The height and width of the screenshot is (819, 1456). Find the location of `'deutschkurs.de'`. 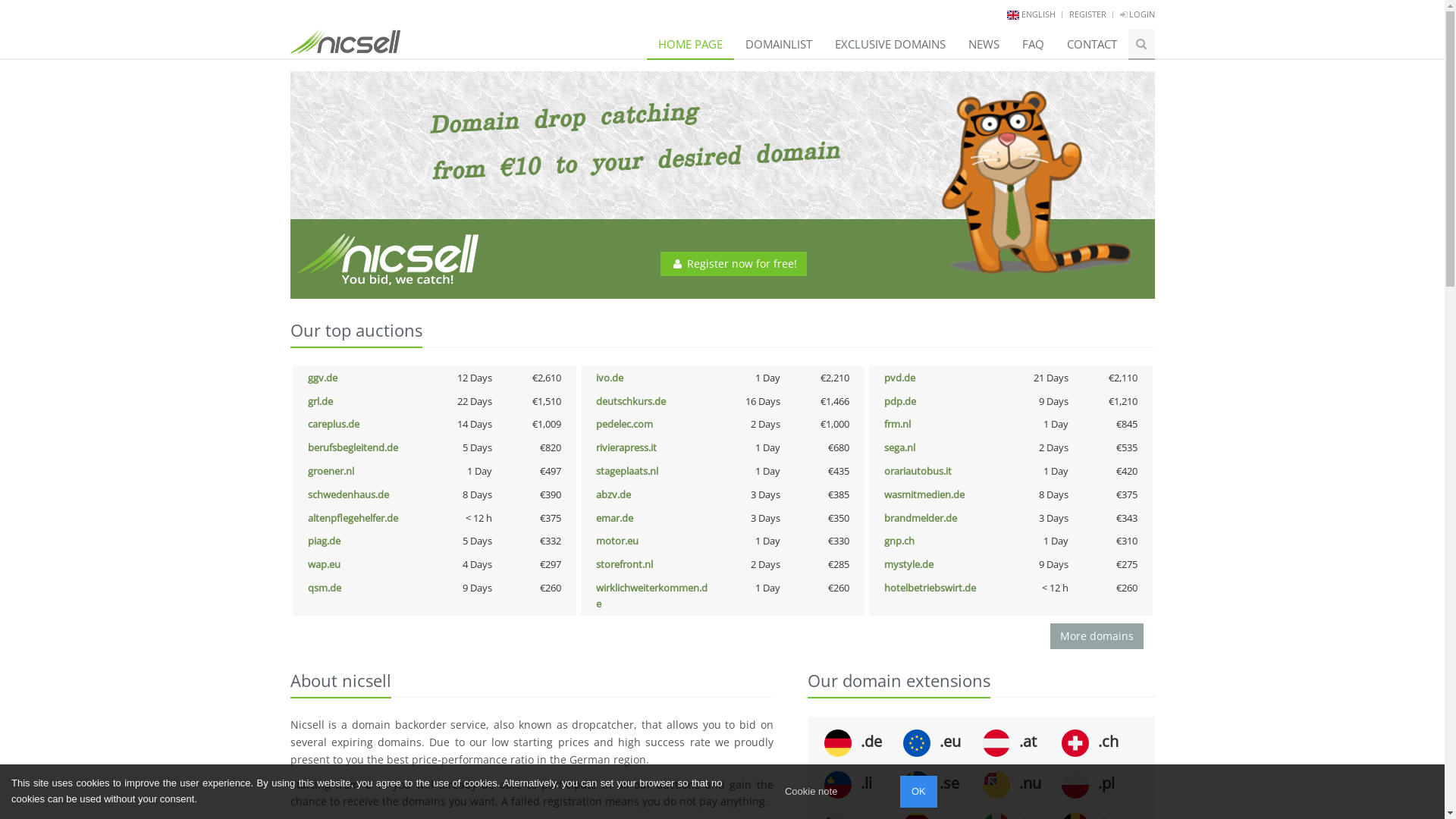

'deutschkurs.de' is located at coordinates (630, 400).